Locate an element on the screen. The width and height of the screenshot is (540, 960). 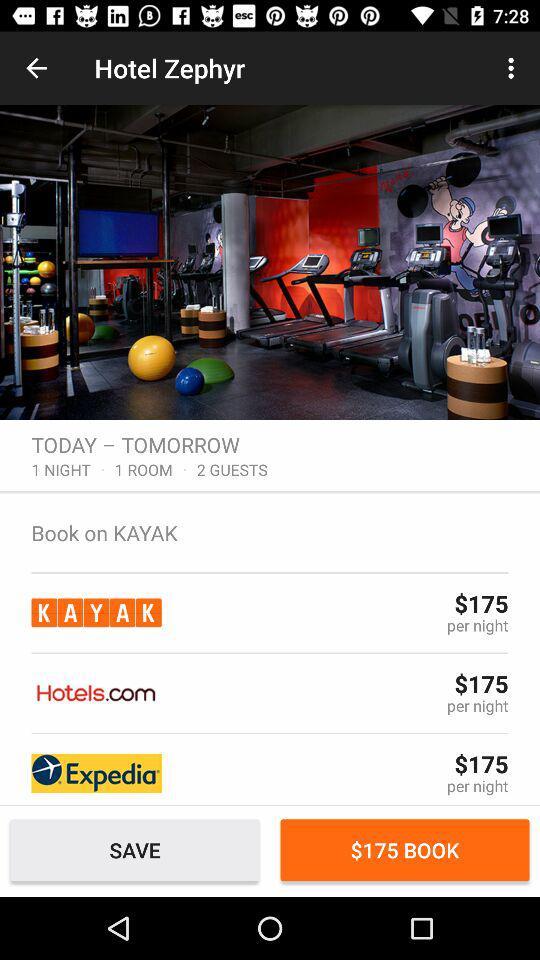
save item is located at coordinates (135, 849).